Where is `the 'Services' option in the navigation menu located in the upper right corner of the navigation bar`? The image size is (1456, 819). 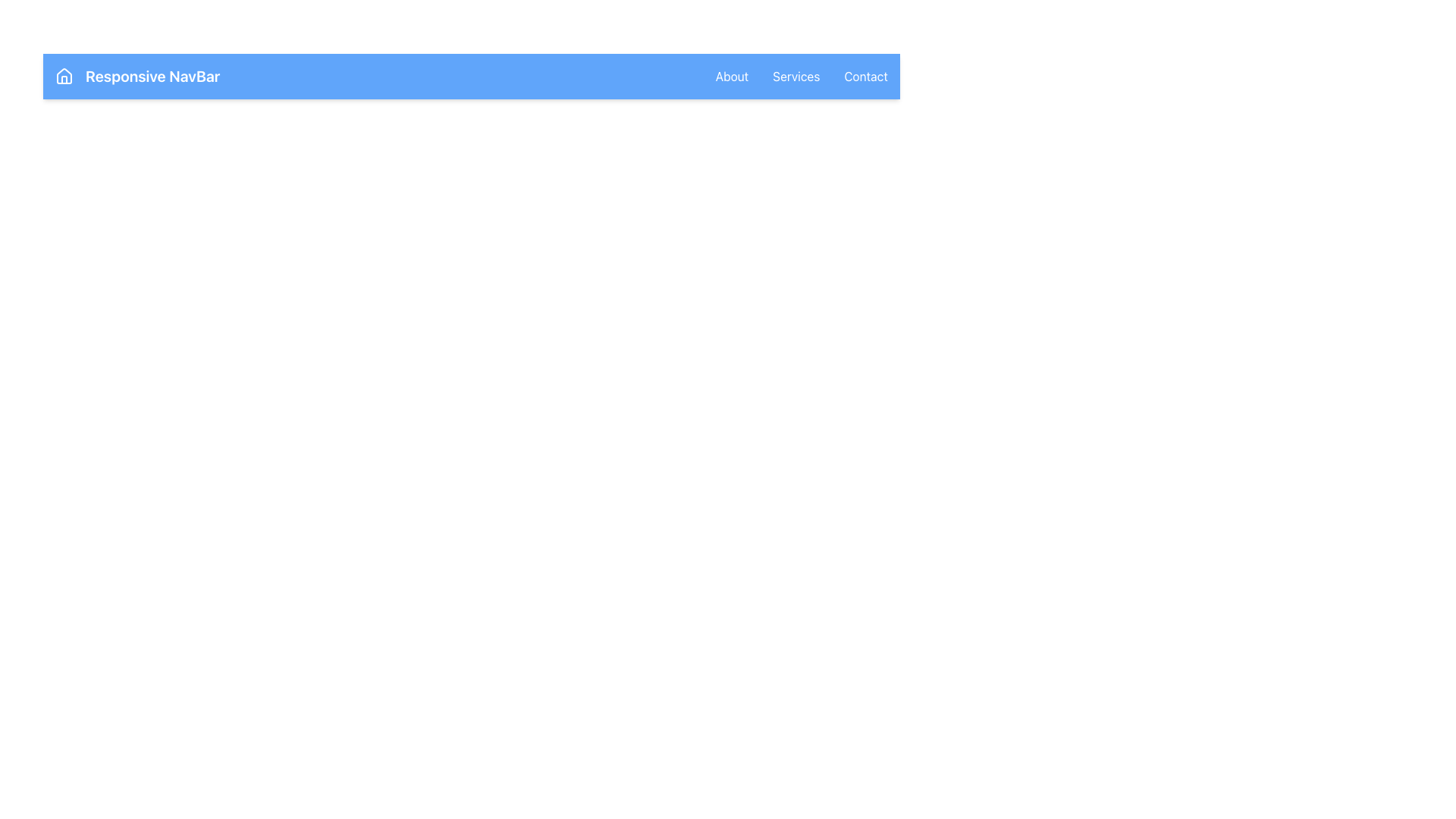
the 'Services' option in the navigation menu located in the upper right corner of the navigation bar is located at coordinates (801, 76).